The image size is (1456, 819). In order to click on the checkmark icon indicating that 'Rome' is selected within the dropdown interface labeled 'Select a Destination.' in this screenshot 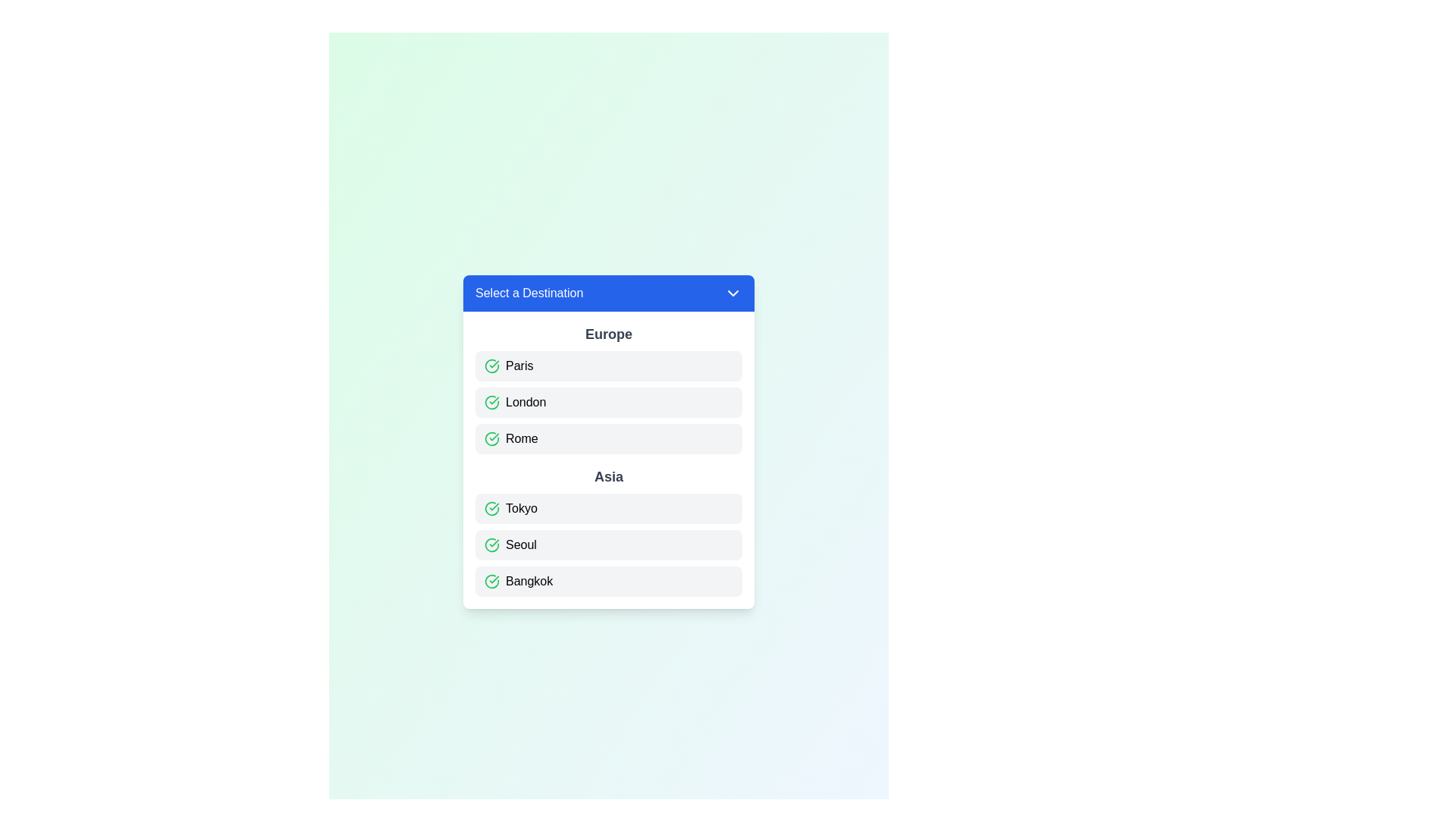, I will do `click(491, 438)`.